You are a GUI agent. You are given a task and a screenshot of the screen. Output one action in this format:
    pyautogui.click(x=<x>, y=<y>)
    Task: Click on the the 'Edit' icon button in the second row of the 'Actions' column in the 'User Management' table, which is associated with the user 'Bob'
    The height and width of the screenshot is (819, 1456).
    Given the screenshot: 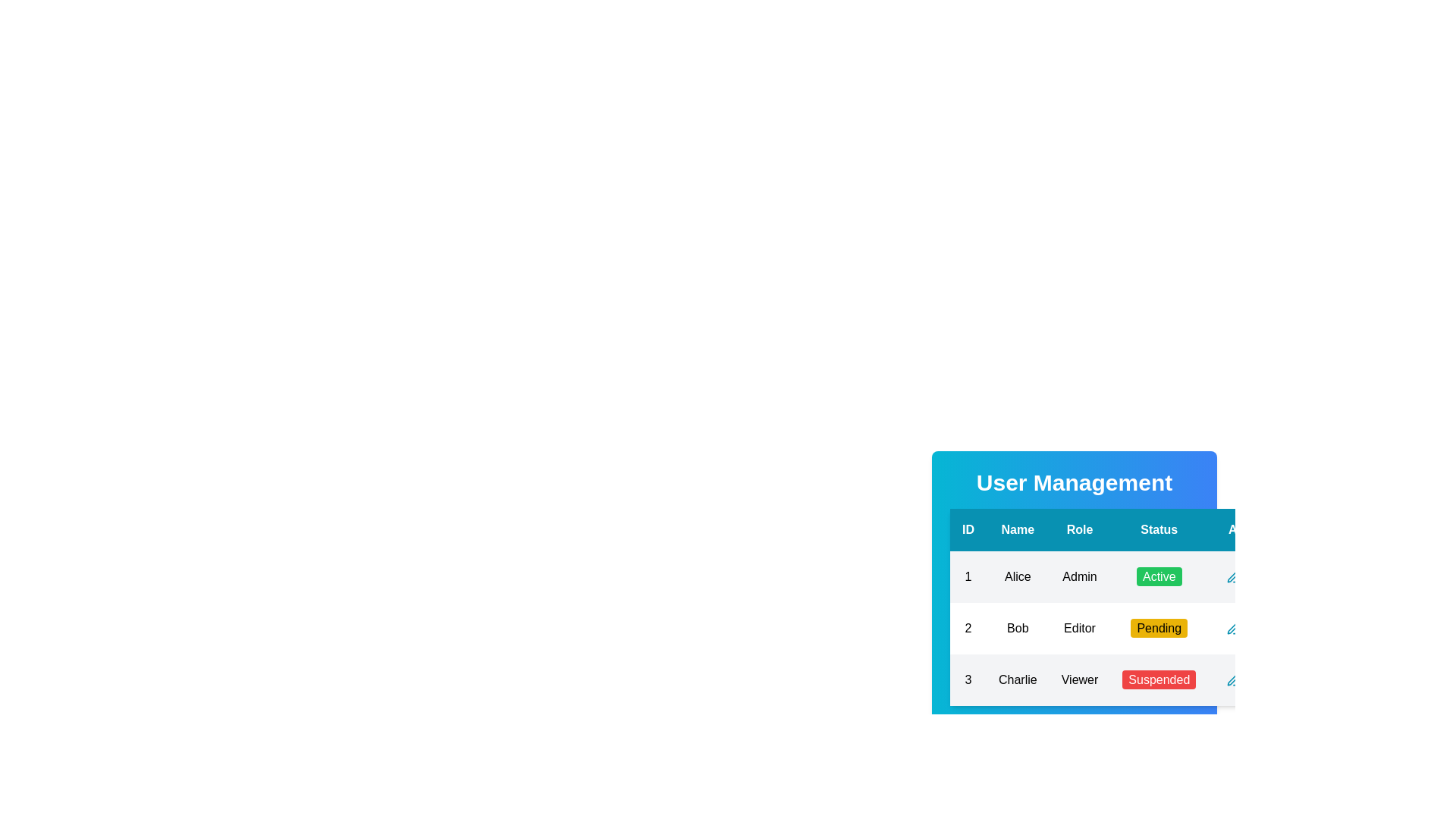 What is the action you would take?
    pyautogui.click(x=1234, y=629)
    